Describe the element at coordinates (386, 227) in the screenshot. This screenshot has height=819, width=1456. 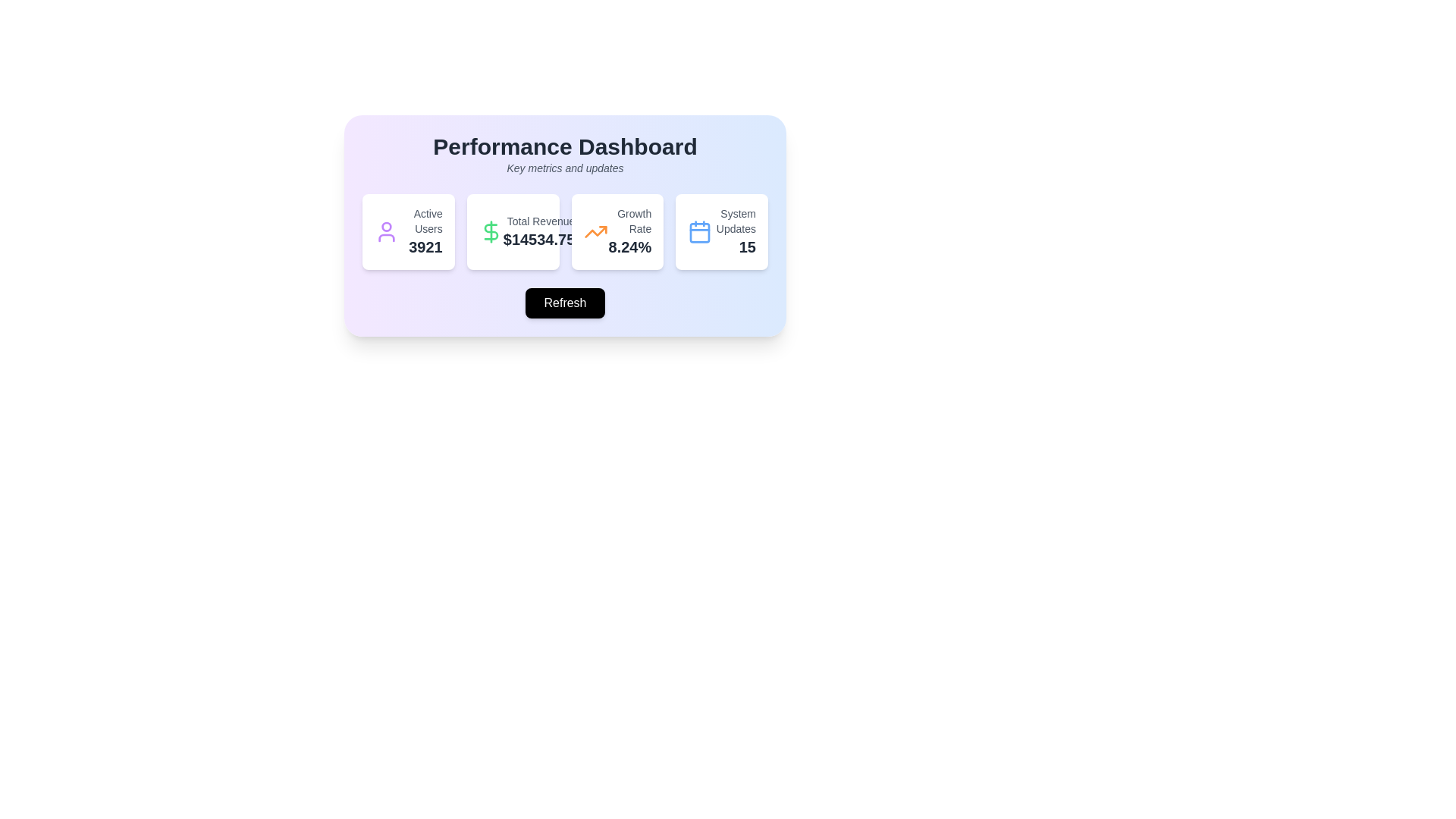
I see `the circular graphical component that is part of the user icon in the 'Active Users' card on the dashboard` at that location.